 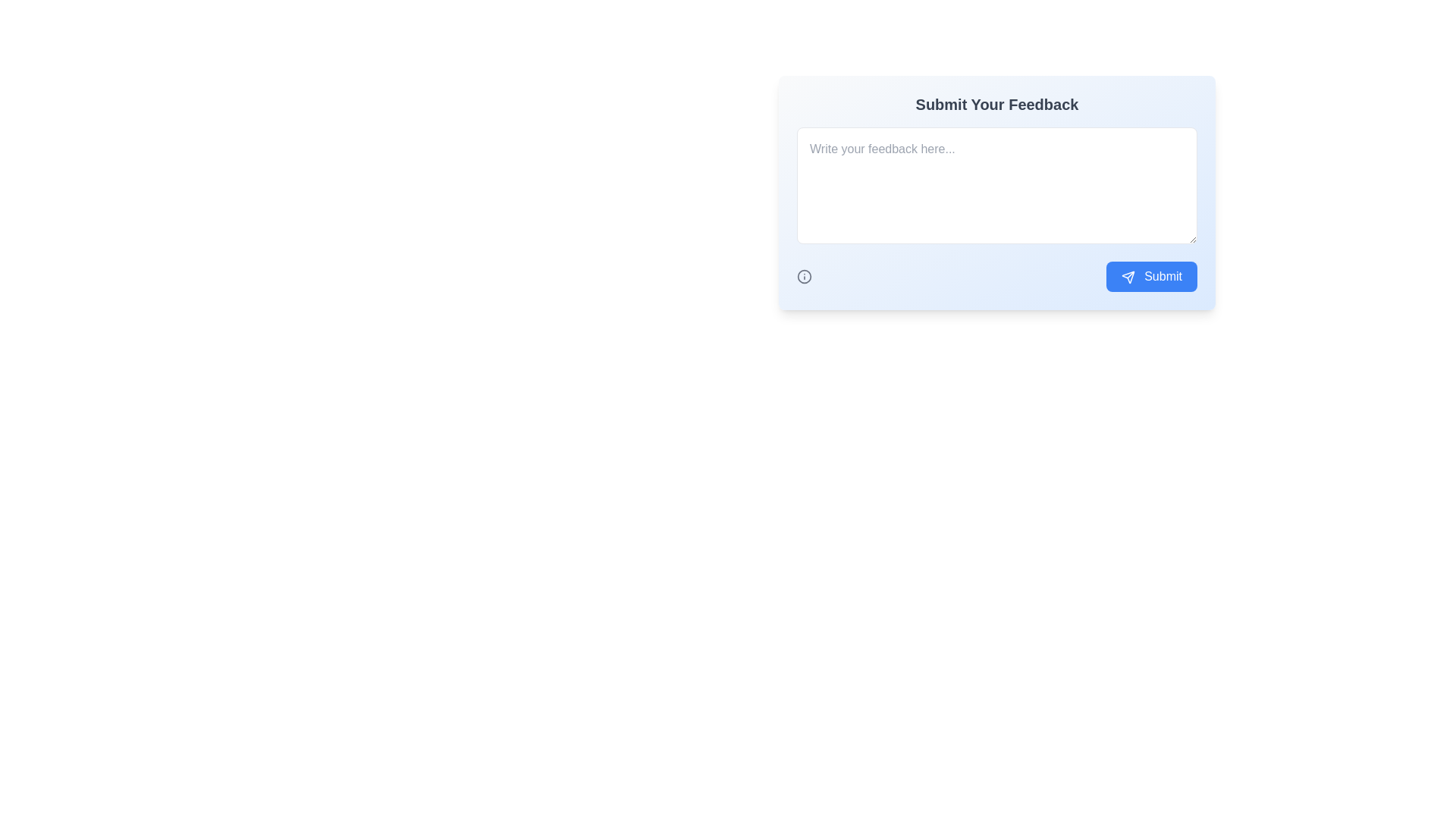 I want to click on the small paper plane icon, which has a blue background and white strokes, located to the left of the 'Submit' text on a blue button in the feedback submission interface, so click(x=1128, y=277).